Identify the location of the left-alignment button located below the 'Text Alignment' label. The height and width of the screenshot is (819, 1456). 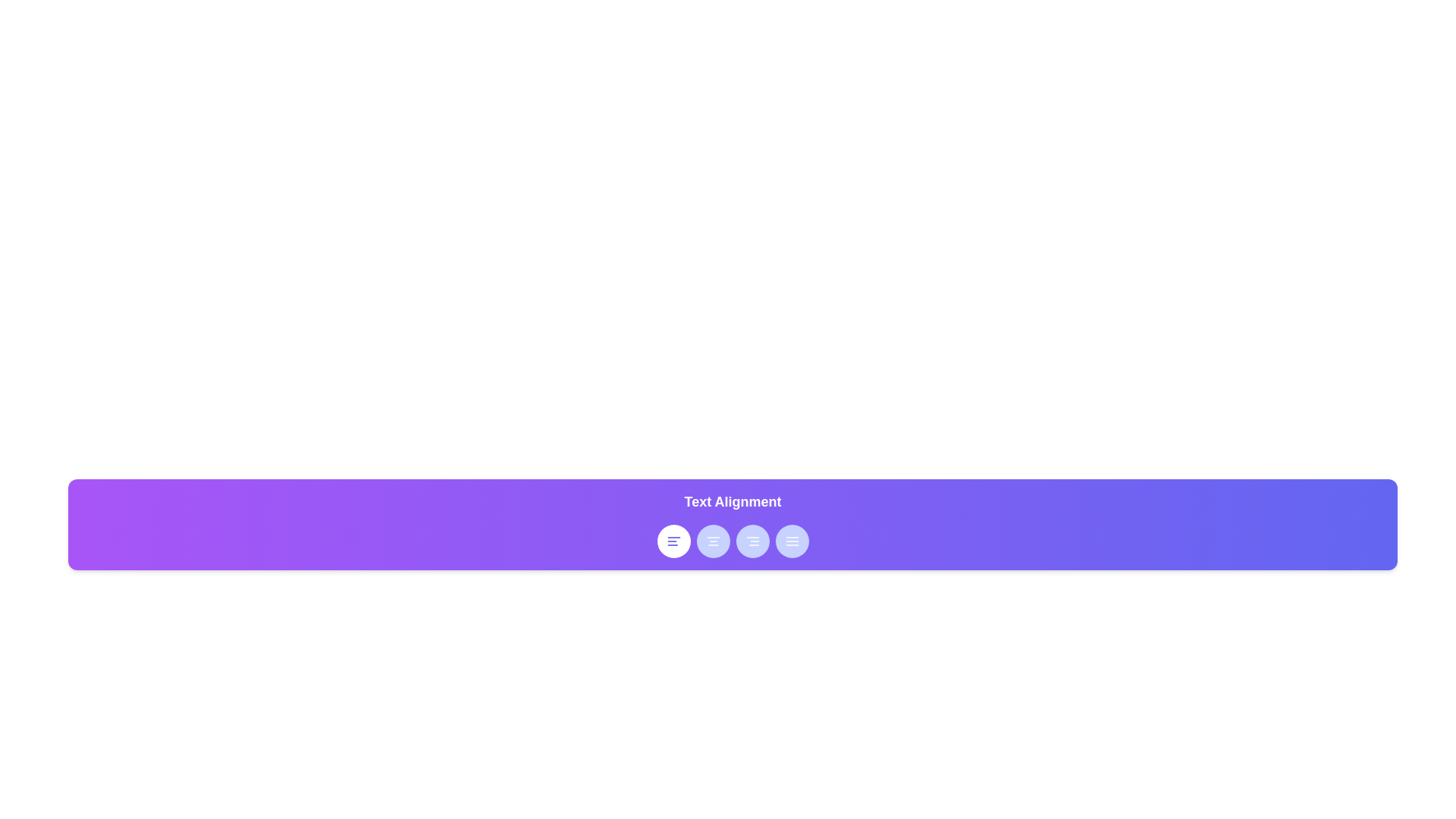
(673, 540).